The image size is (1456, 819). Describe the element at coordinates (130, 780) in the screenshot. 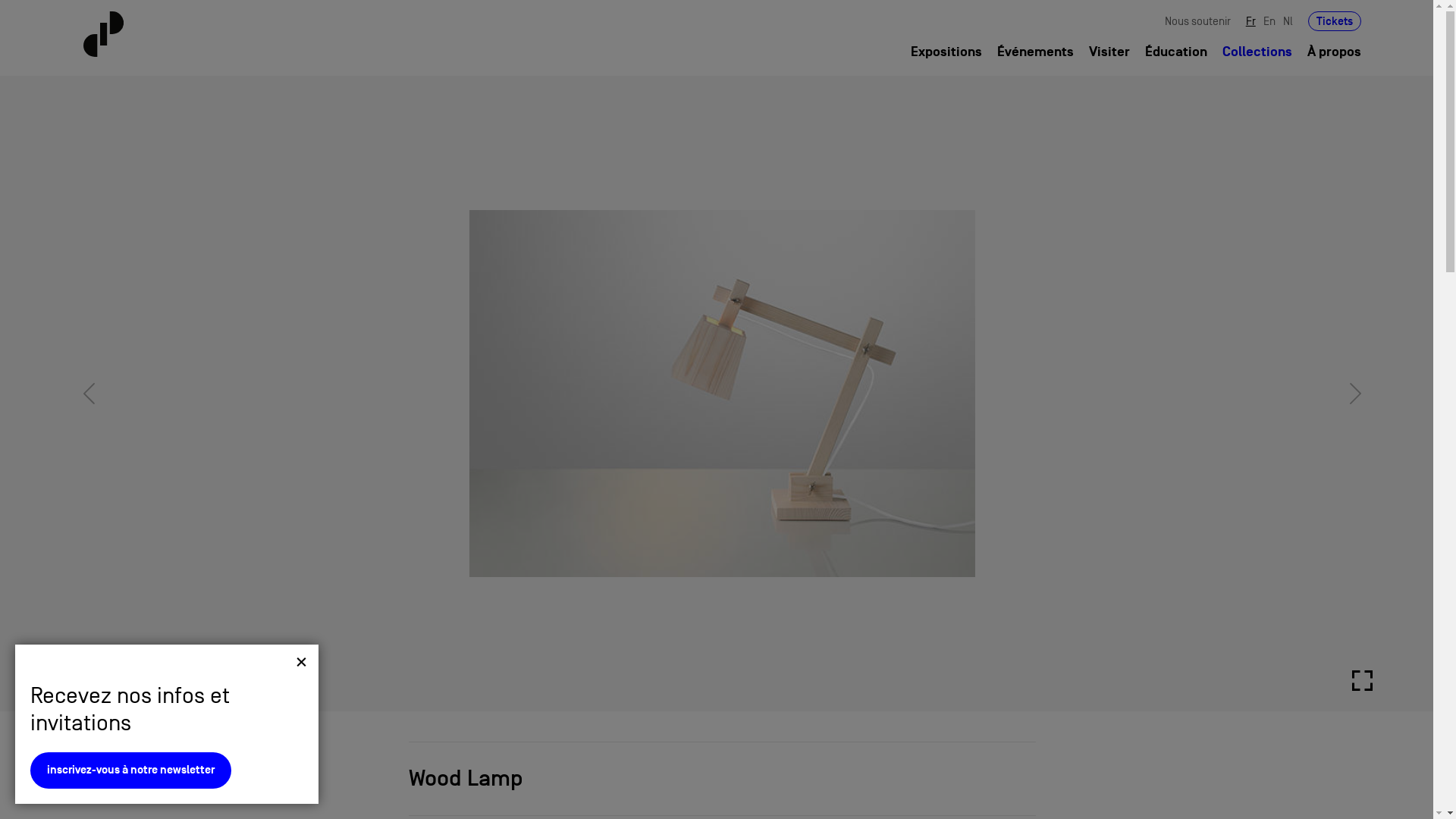

I see `'Collections'` at that location.